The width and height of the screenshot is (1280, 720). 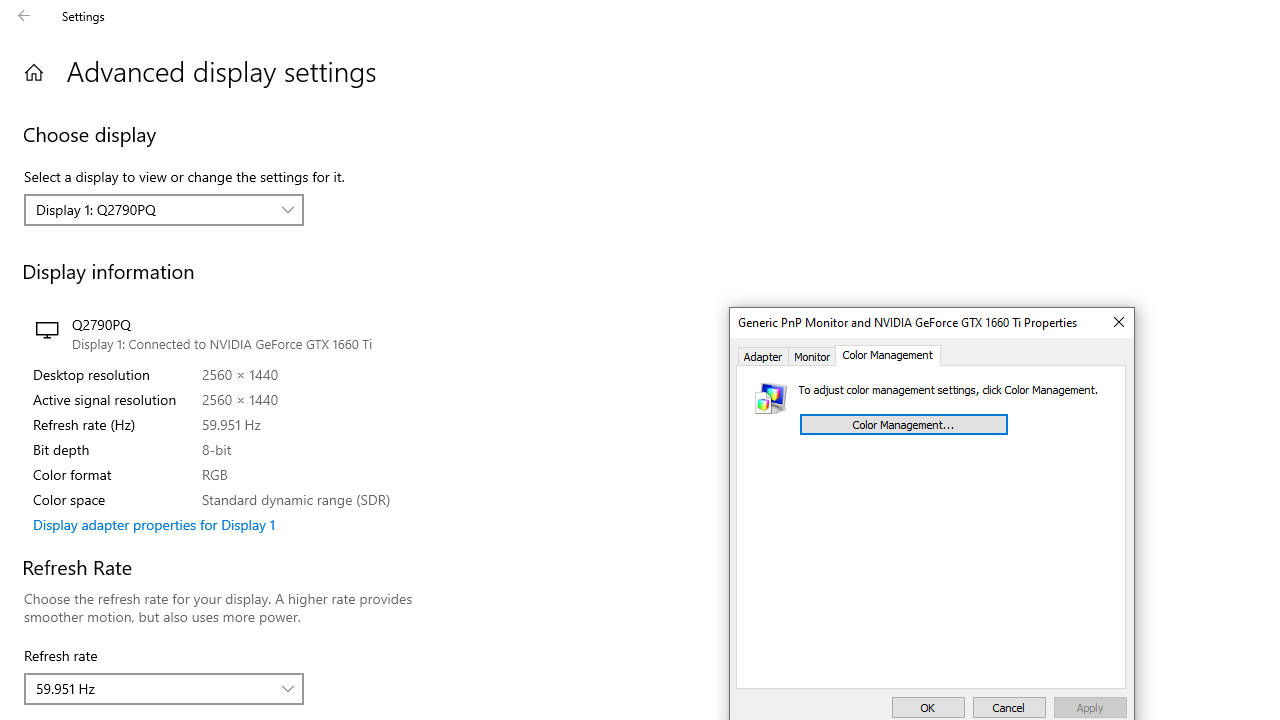 What do you see at coordinates (887, 355) in the screenshot?
I see `'Color Management'` at bounding box center [887, 355].